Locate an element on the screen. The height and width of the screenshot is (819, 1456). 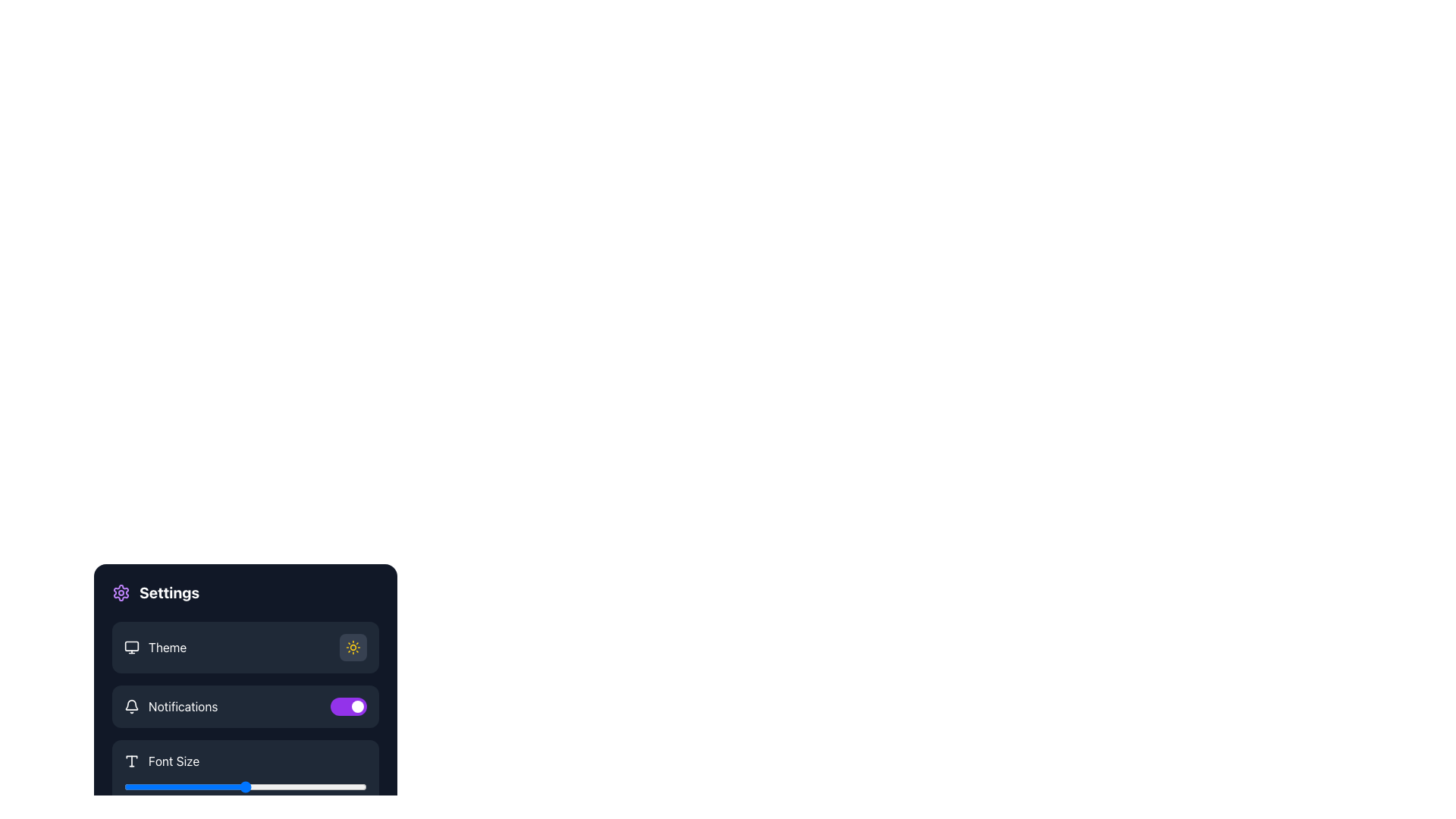
the bold text label displaying 'Settings' located at the top-left corner of the settings panel is located at coordinates (169, 592).